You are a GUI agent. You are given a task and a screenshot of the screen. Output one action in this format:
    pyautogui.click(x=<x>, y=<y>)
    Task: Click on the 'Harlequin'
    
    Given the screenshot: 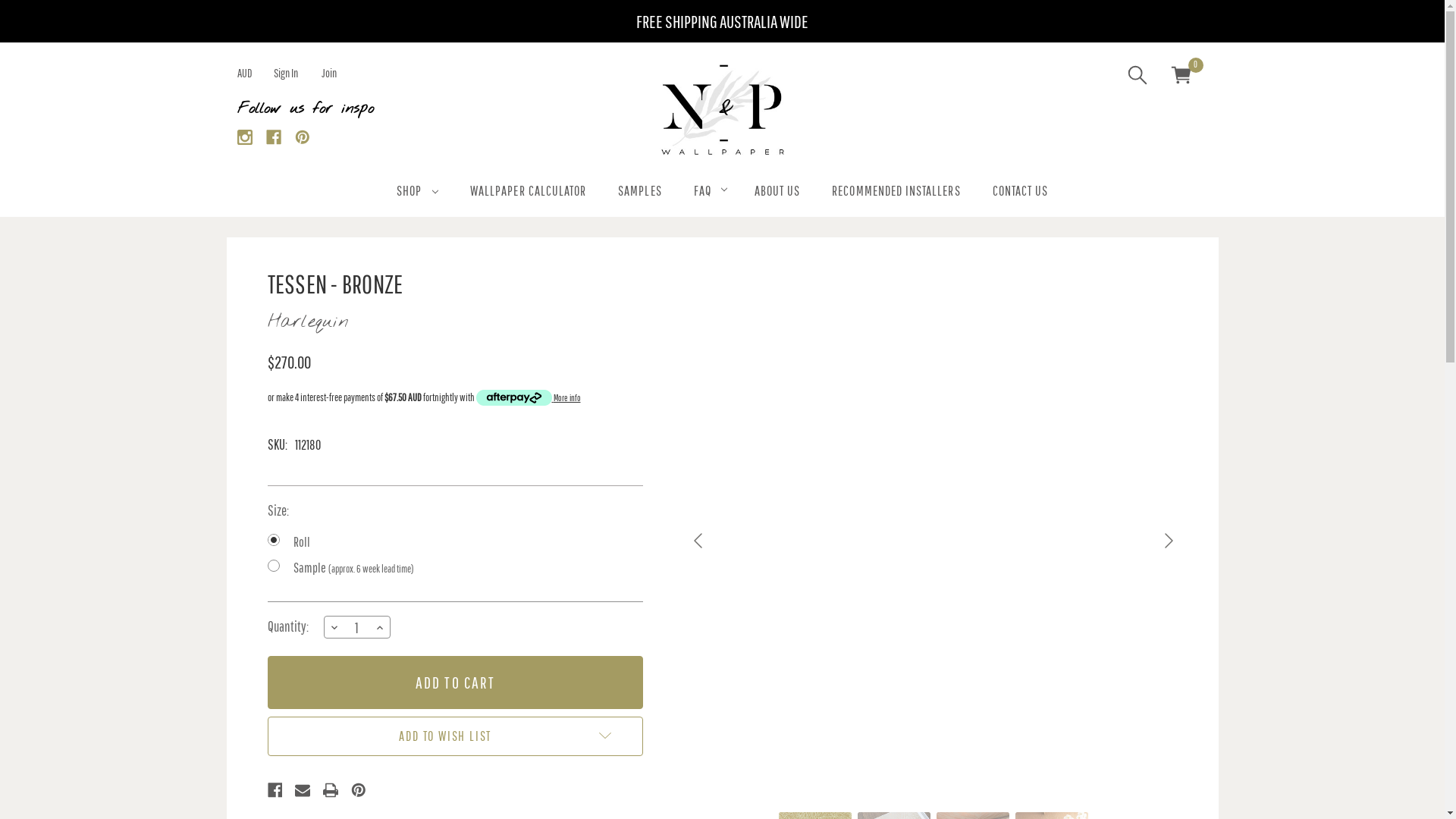 What is the action you would take?
    pyautogui.click(x=306, y=321)
    